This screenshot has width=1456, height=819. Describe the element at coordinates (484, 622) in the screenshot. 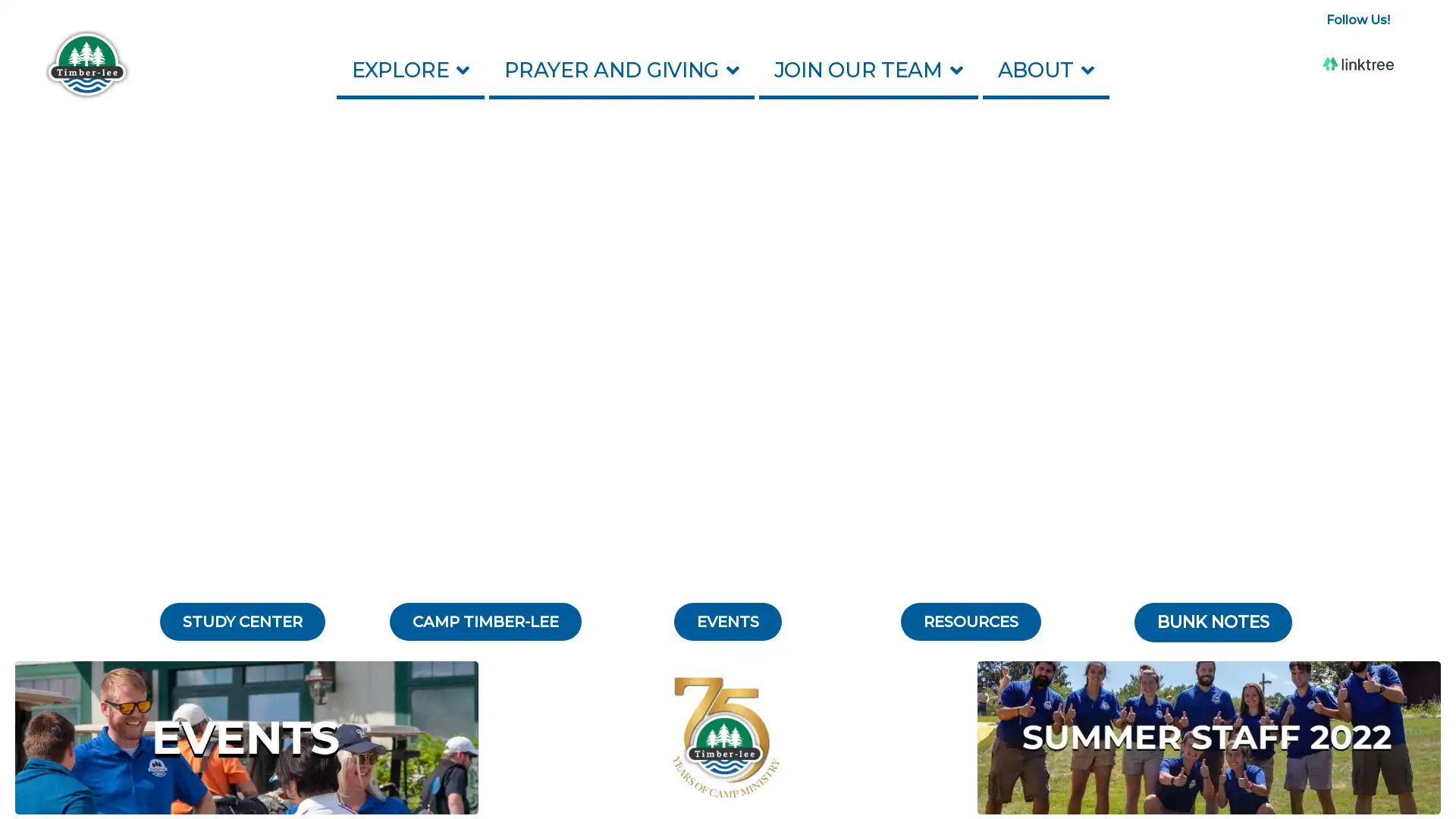

I see `CAMP TIMBER-LEE` at that location.